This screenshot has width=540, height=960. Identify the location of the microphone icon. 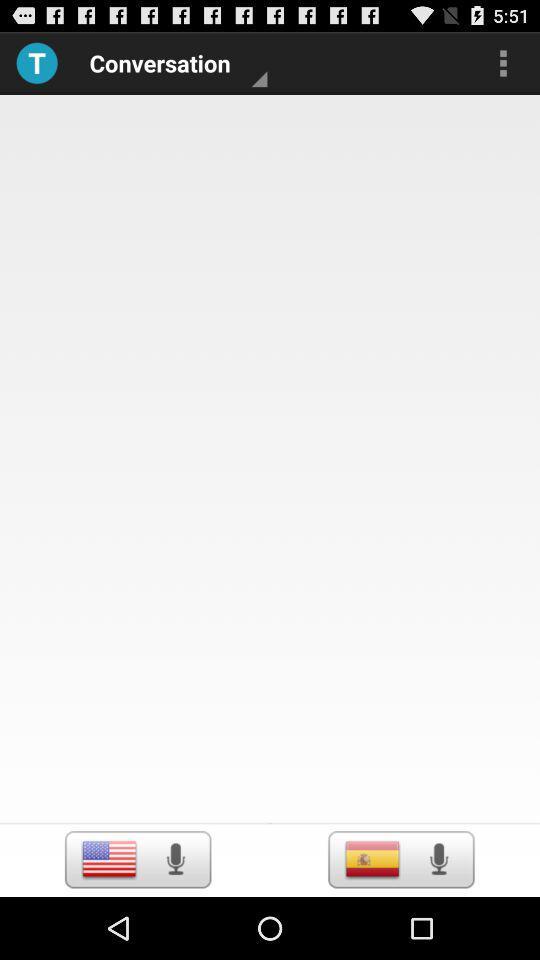
(437, 920).